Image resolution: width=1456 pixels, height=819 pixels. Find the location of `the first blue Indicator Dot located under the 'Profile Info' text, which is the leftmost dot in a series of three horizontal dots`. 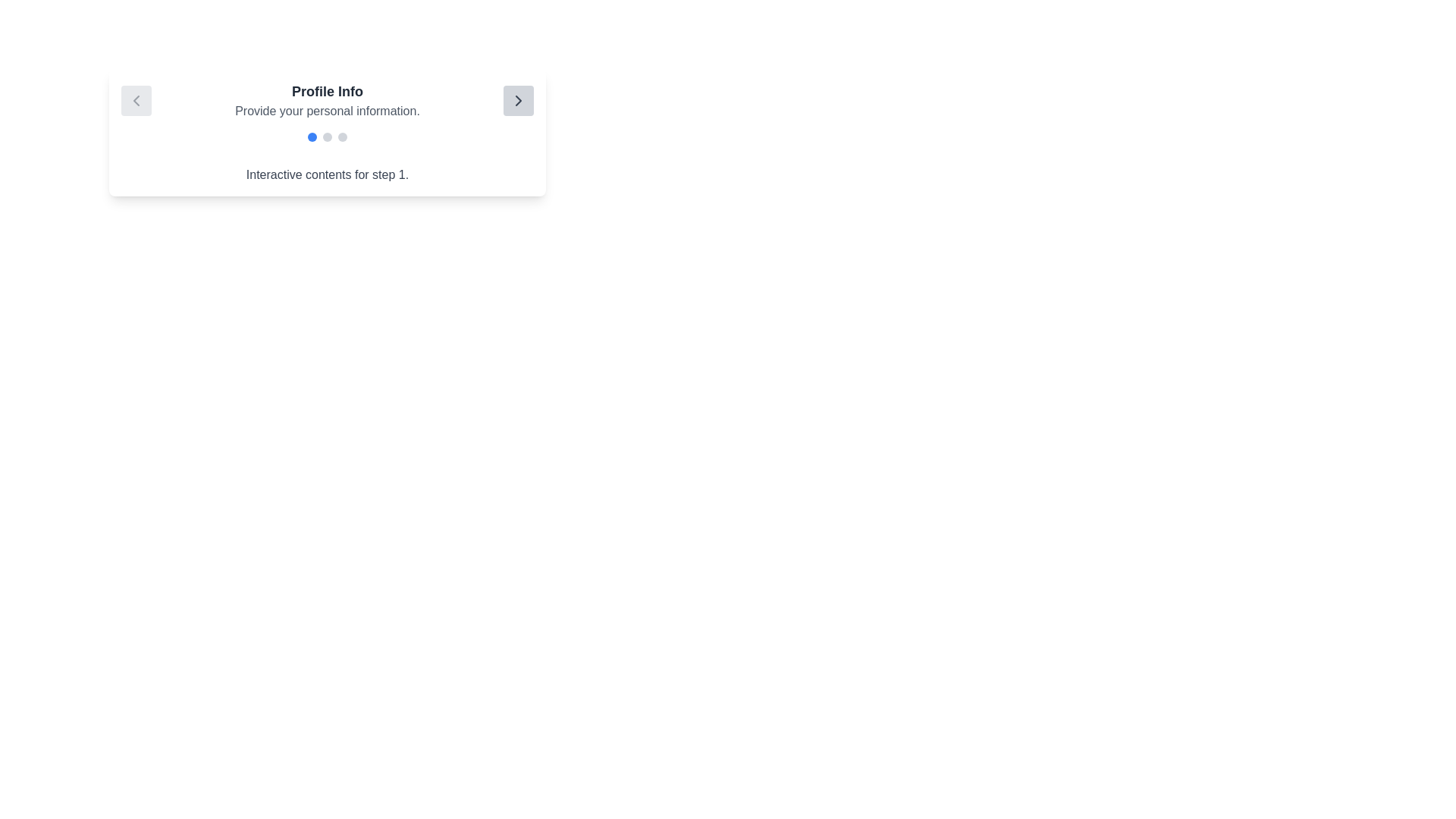

the first blue Indicator Dot located under the 'Profile Info' text, which is the leftmost dot in a series of three horizontal dots is located at coordinates (312, 137).